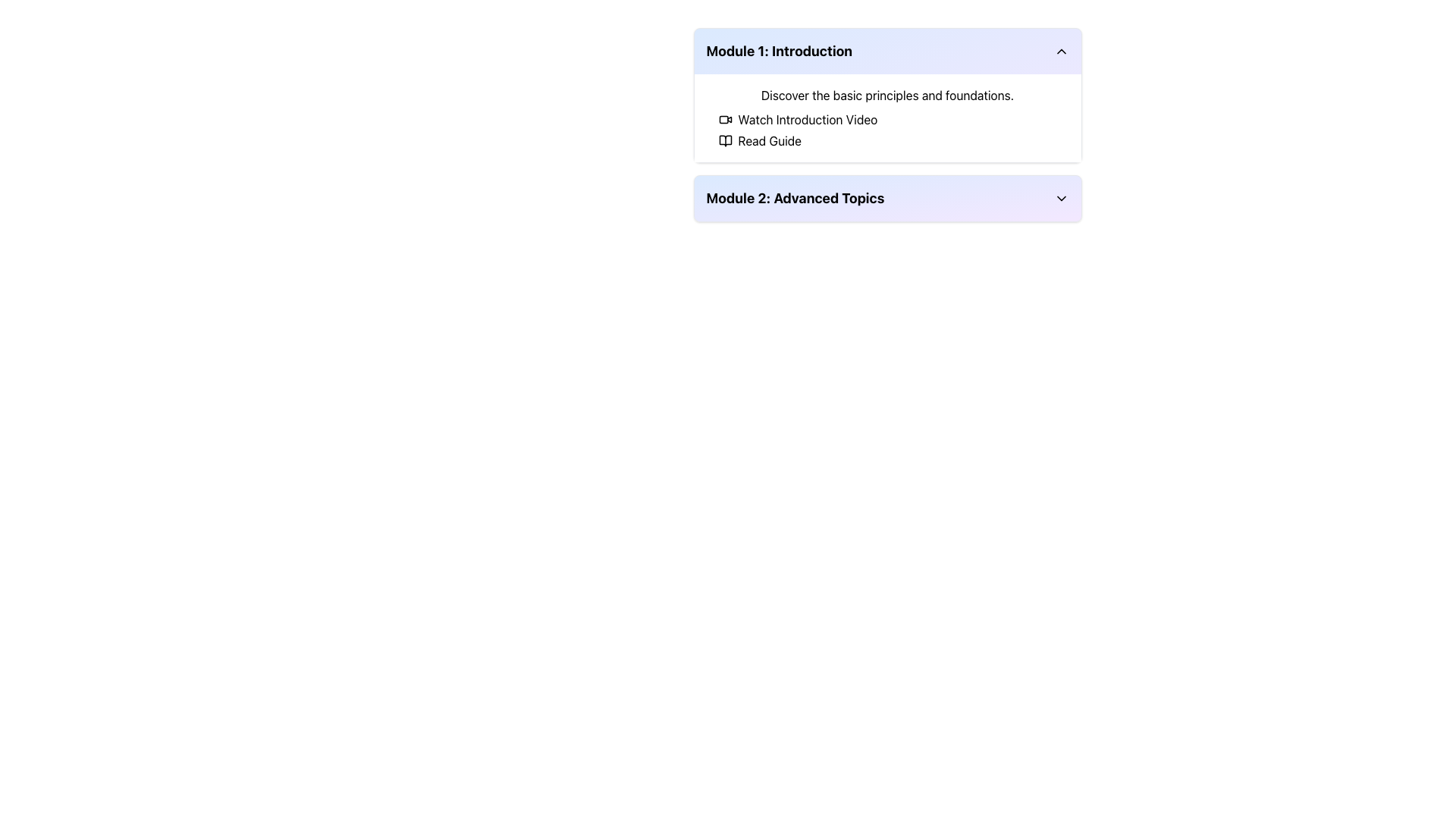 Image resolution: width=1456 pixels, height=819 pixels. Describe the element at coordinates (1060, 51) in the screenshot. I see `the chevron icon at the far right side of the header section of the 'Module 1: Introduction'` at that location.